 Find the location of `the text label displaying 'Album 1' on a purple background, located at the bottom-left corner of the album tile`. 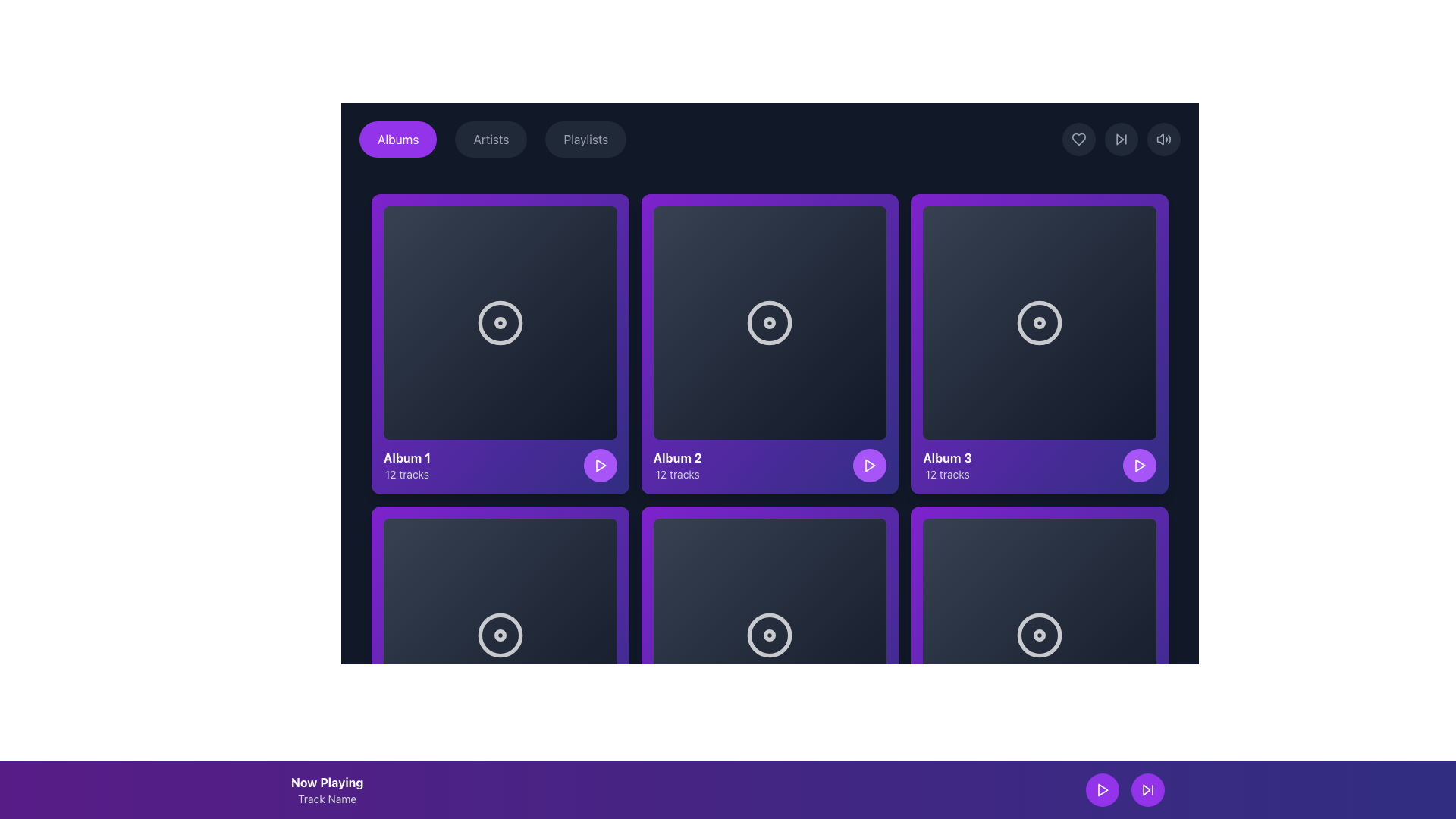

the text label displaying 'Album 1' on a purple background, located at the bottom-left corner of the album tile is located at coordinates (407, 464).